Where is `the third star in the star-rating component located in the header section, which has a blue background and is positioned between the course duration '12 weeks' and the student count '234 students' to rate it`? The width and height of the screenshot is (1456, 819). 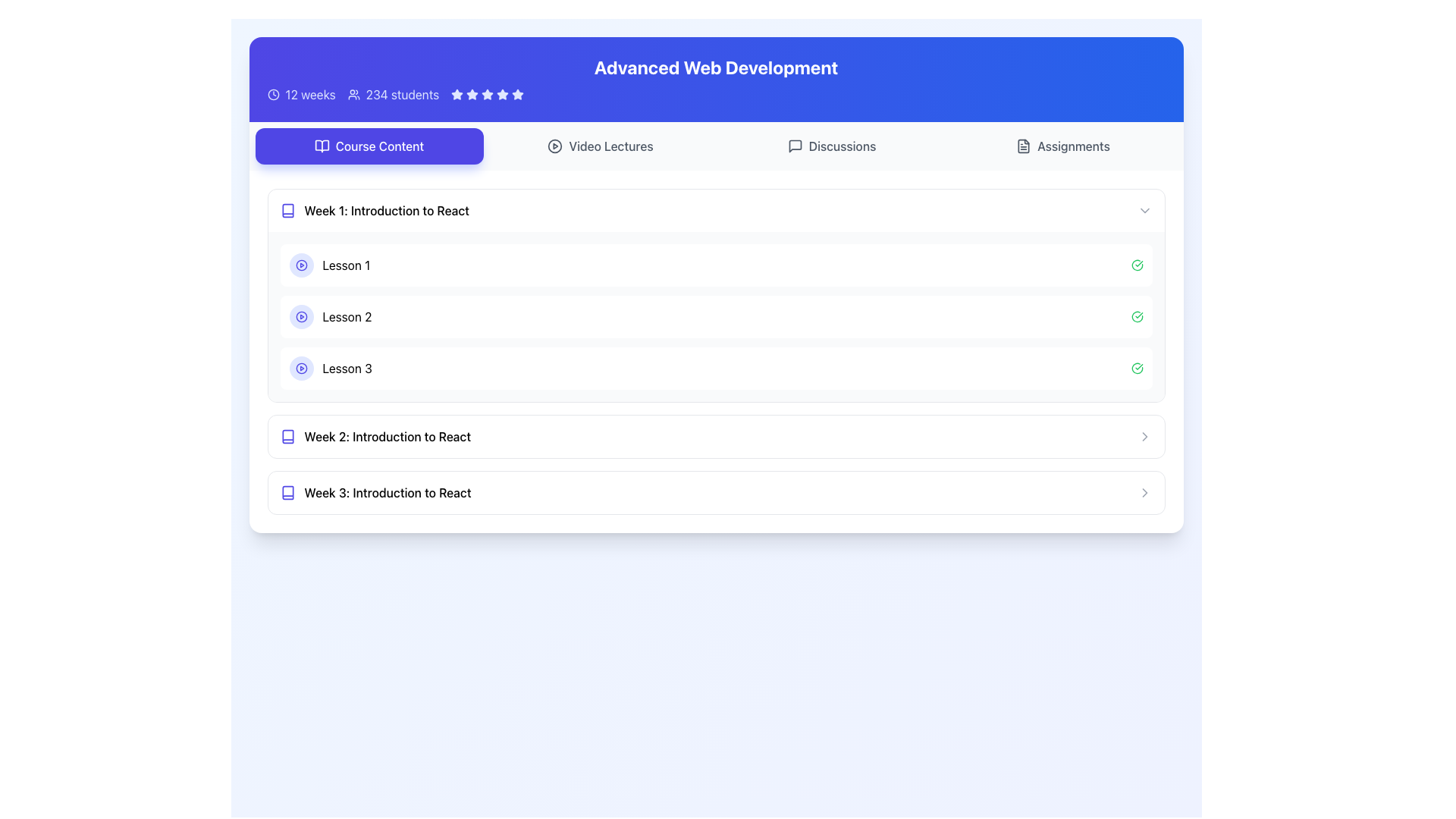
the third star in the star-rating component located in the header section, which has a blue background and is positioned between the course duration '12 weeks' and the student count '234 students' to rate it is located at coordinates (488, 94).